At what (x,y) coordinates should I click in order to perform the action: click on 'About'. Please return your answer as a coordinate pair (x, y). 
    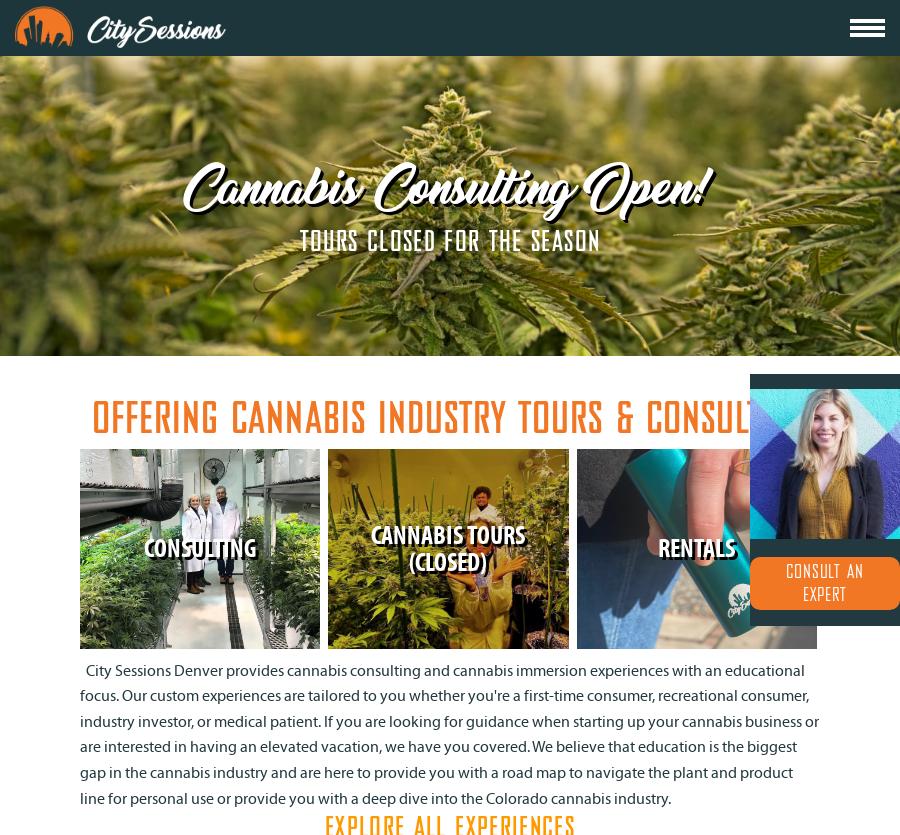
    Looking at the image, I should click on (662, 48).